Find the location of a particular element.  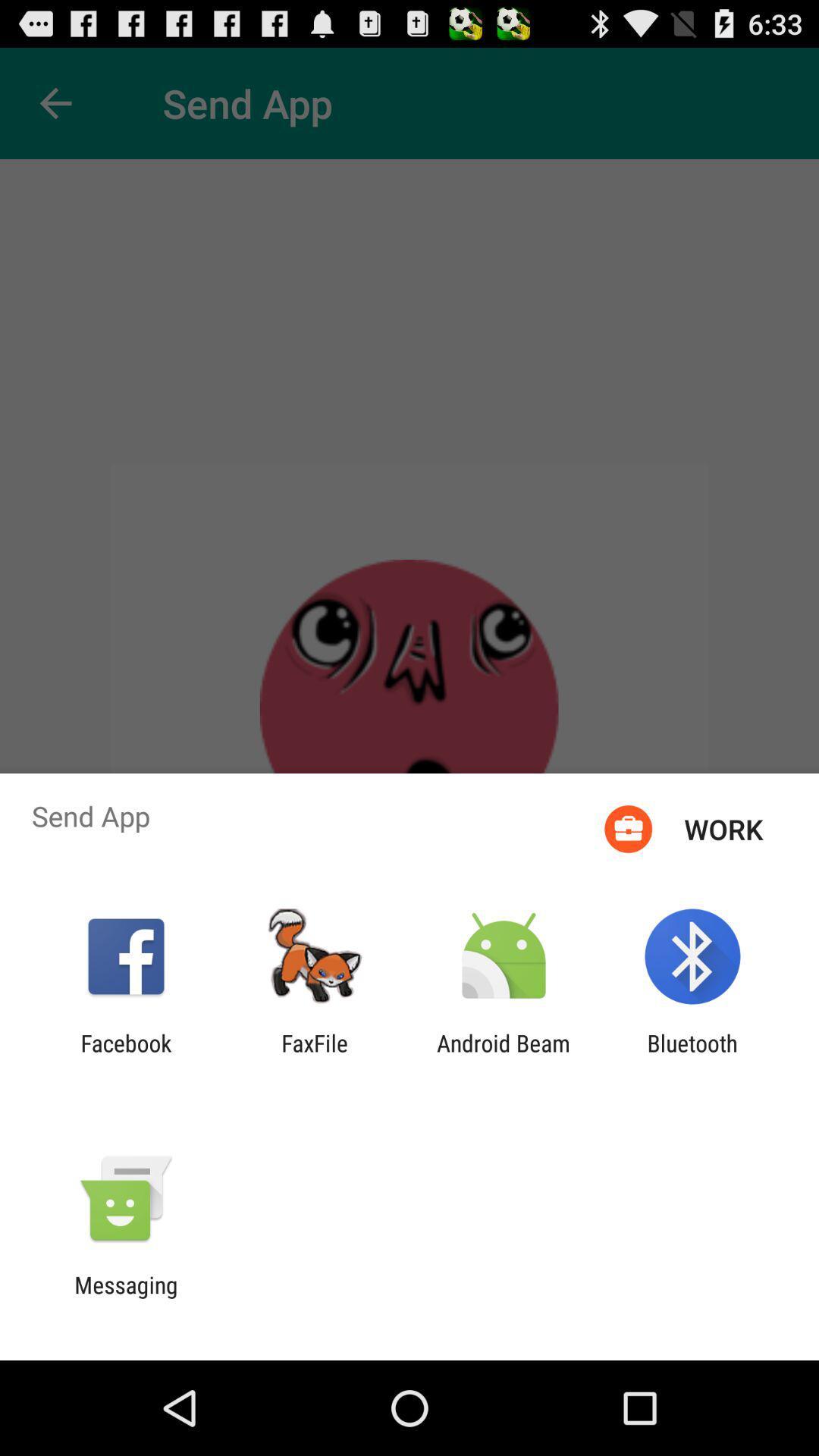

the app to the left of the android beam item is located at coordinates (314, 1056).